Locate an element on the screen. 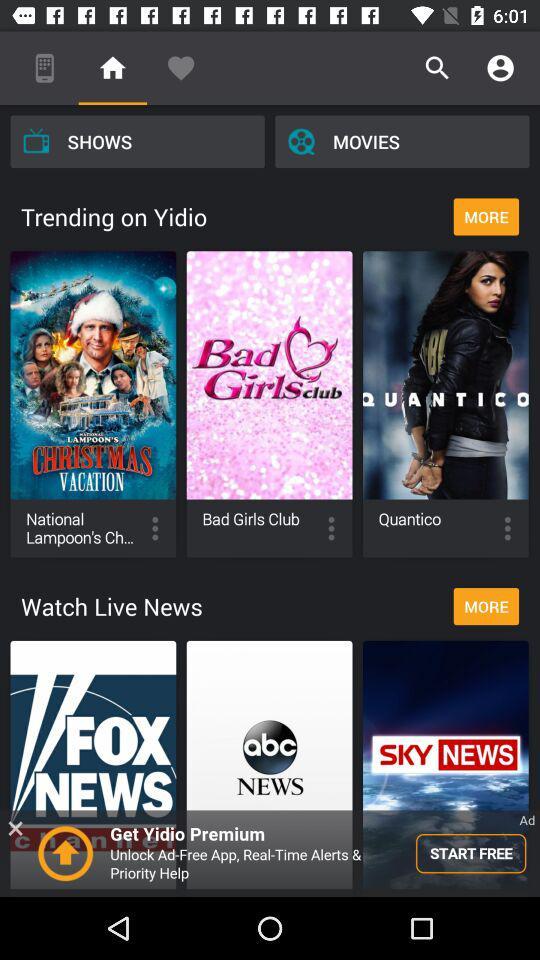 The image size is (540, 960). the icon above movies icon is located at coordinates (436, 68).